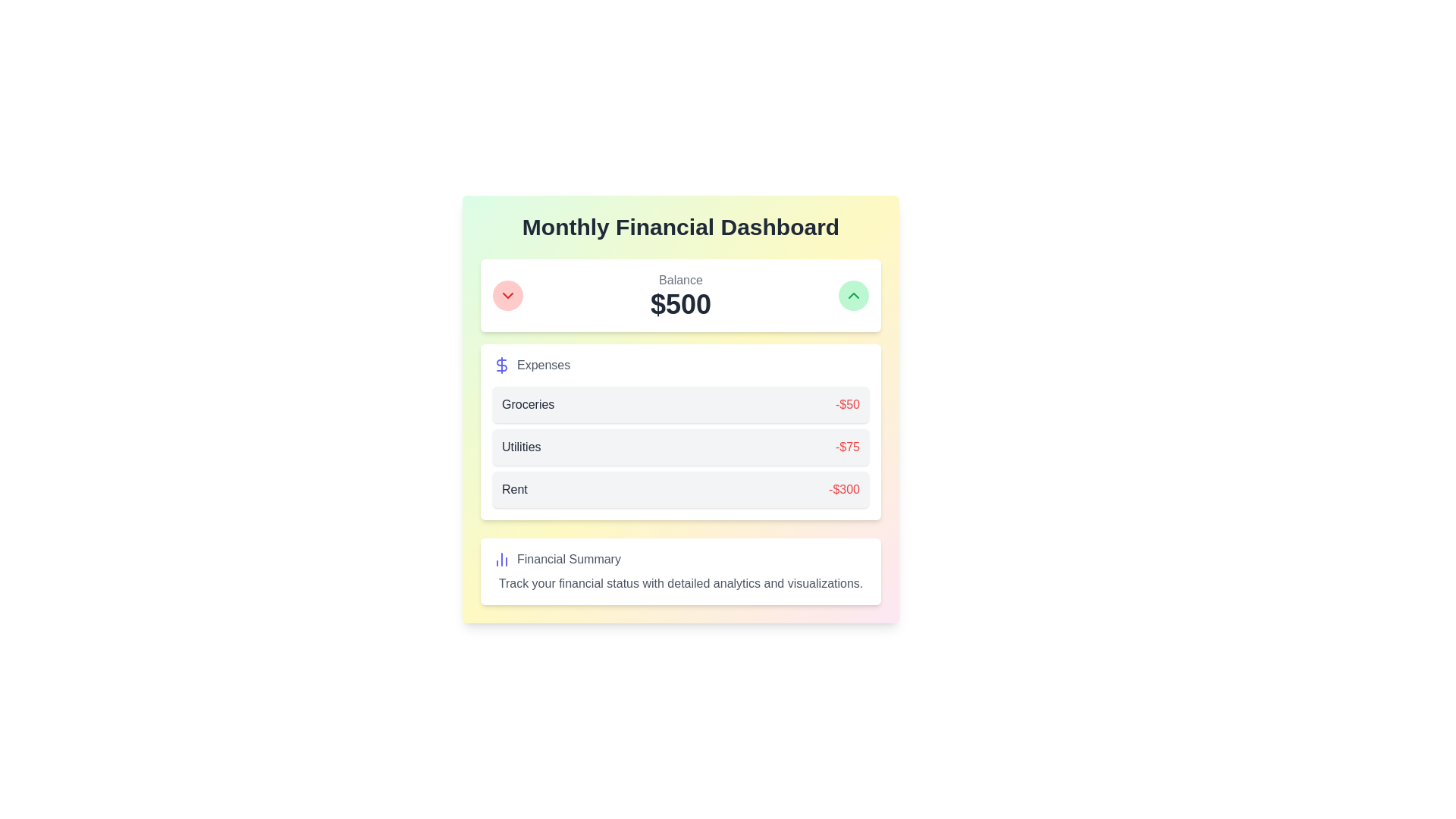  Describe the element at coordinates (502, 366) in the screenshot. I see `the decorative icon associated with financial content, positioned` at that location.